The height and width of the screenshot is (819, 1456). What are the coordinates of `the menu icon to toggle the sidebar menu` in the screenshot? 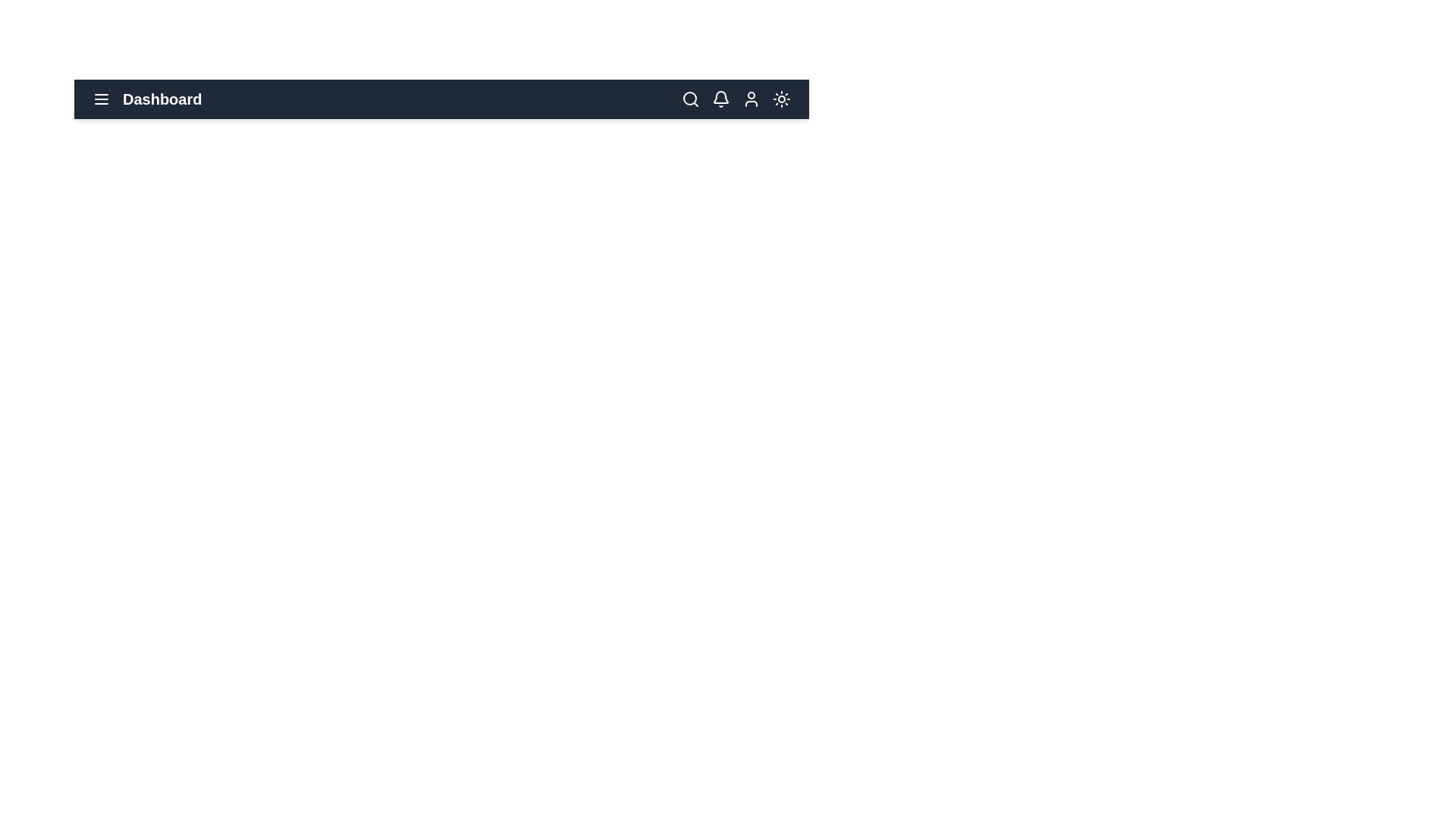 It's located at (101, 99).